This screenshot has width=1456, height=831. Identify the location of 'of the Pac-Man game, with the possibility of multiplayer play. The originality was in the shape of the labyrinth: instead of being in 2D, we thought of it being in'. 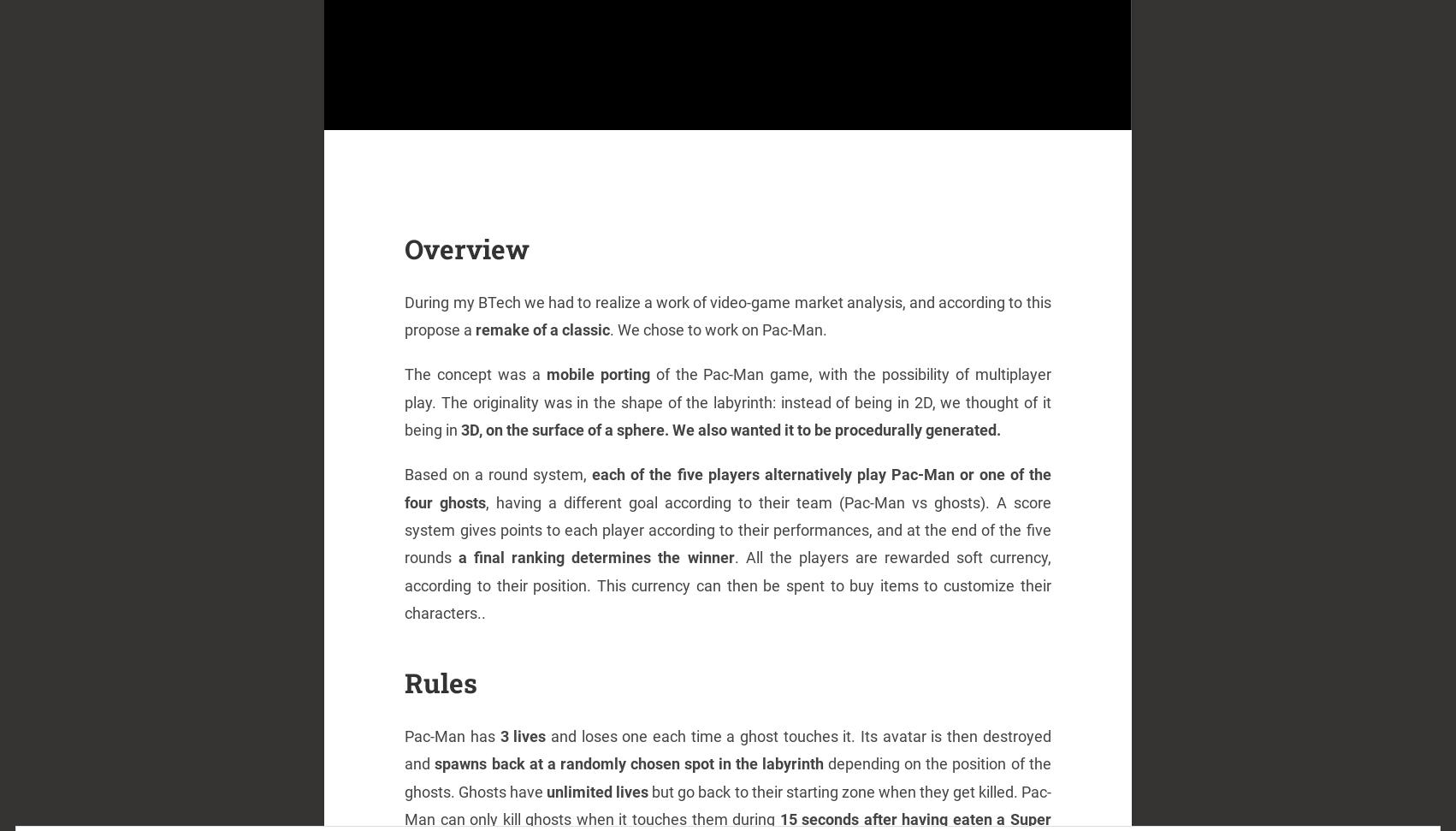
(726, 401).